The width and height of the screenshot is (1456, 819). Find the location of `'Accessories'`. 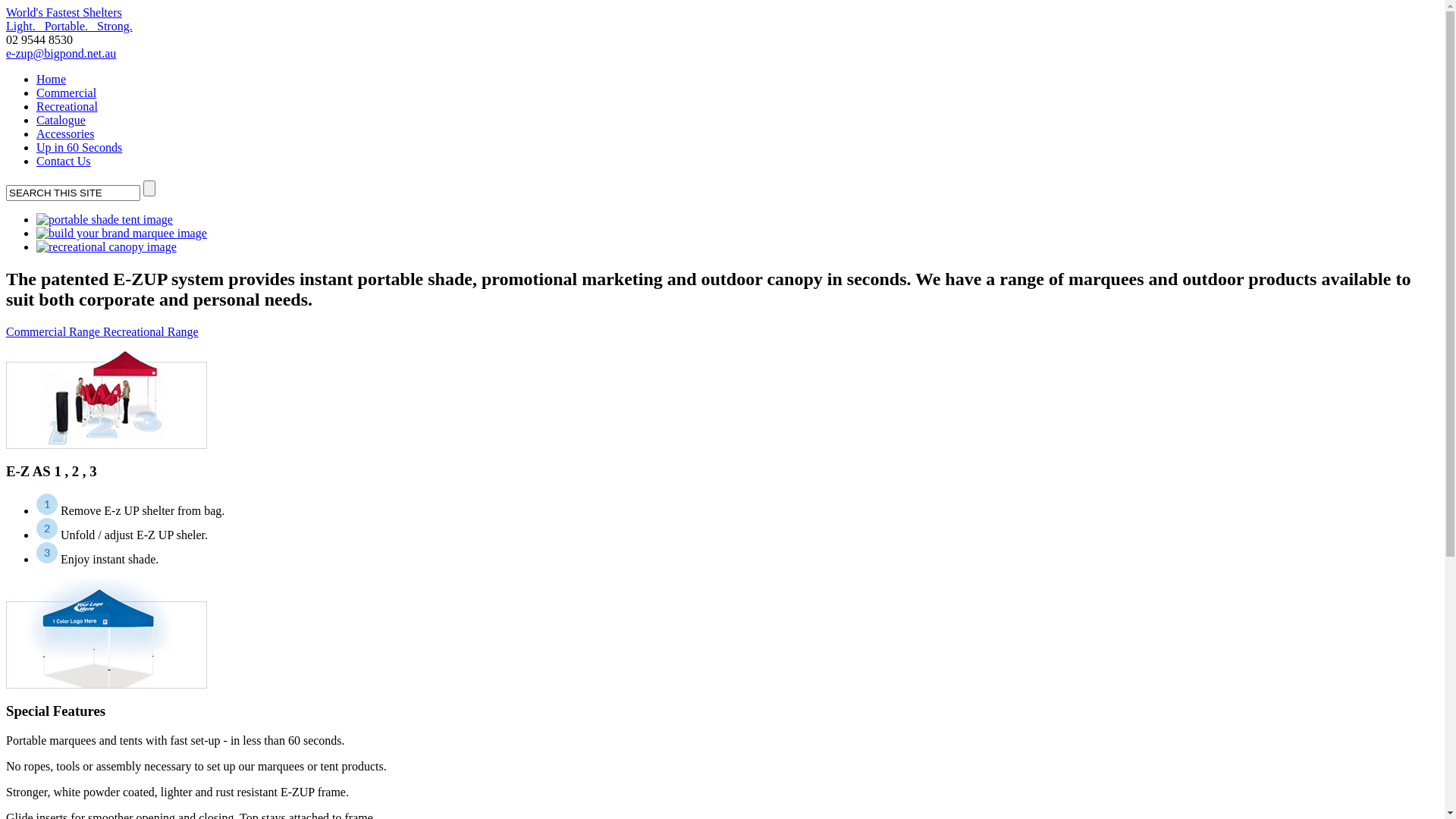

'Accessories' is located at coordinates (64, 133).